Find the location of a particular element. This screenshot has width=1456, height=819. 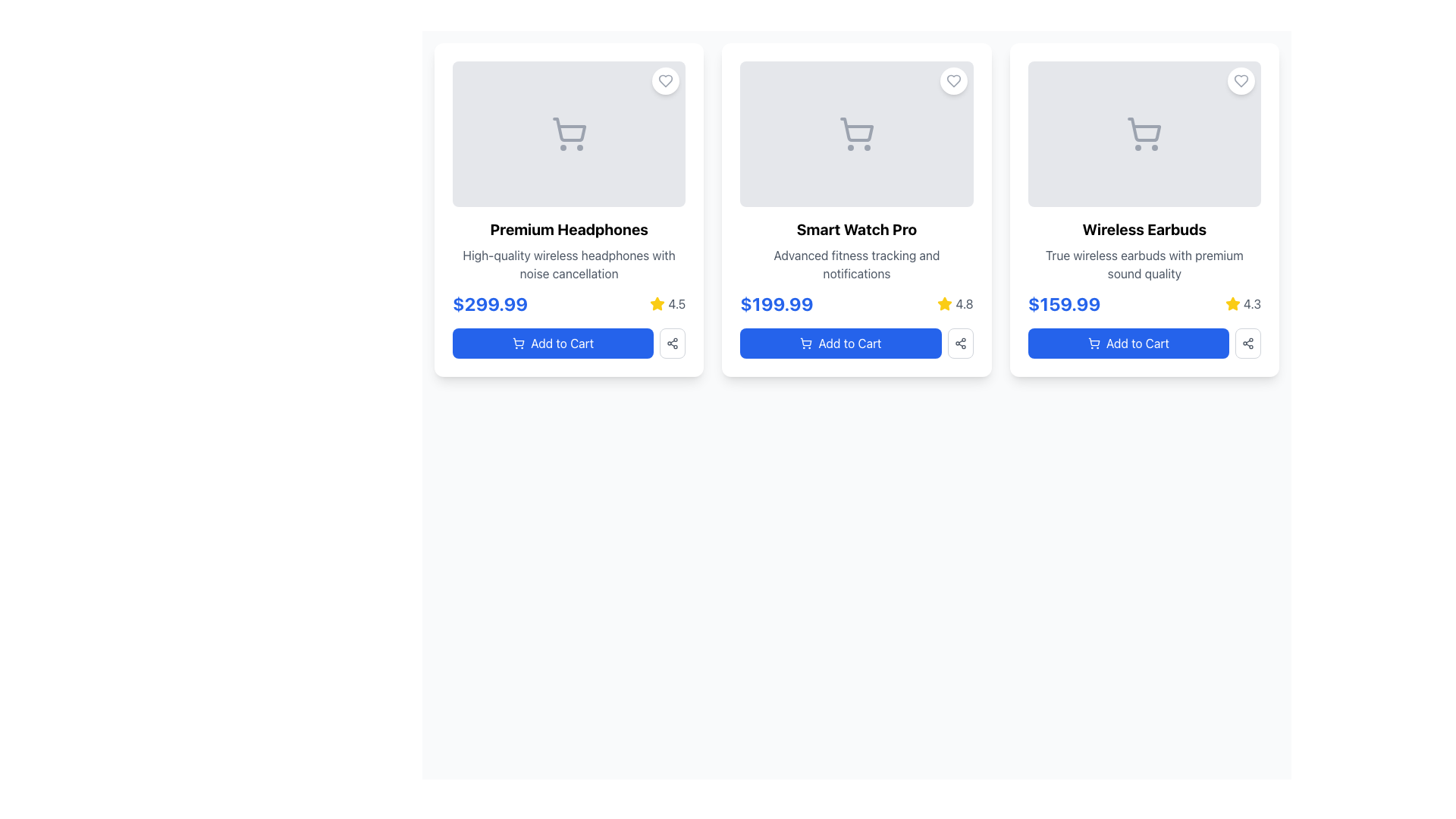

the button located at the bottom of the card displaying 'Wireless Earbuds' is located at coordinates (1128, 343).